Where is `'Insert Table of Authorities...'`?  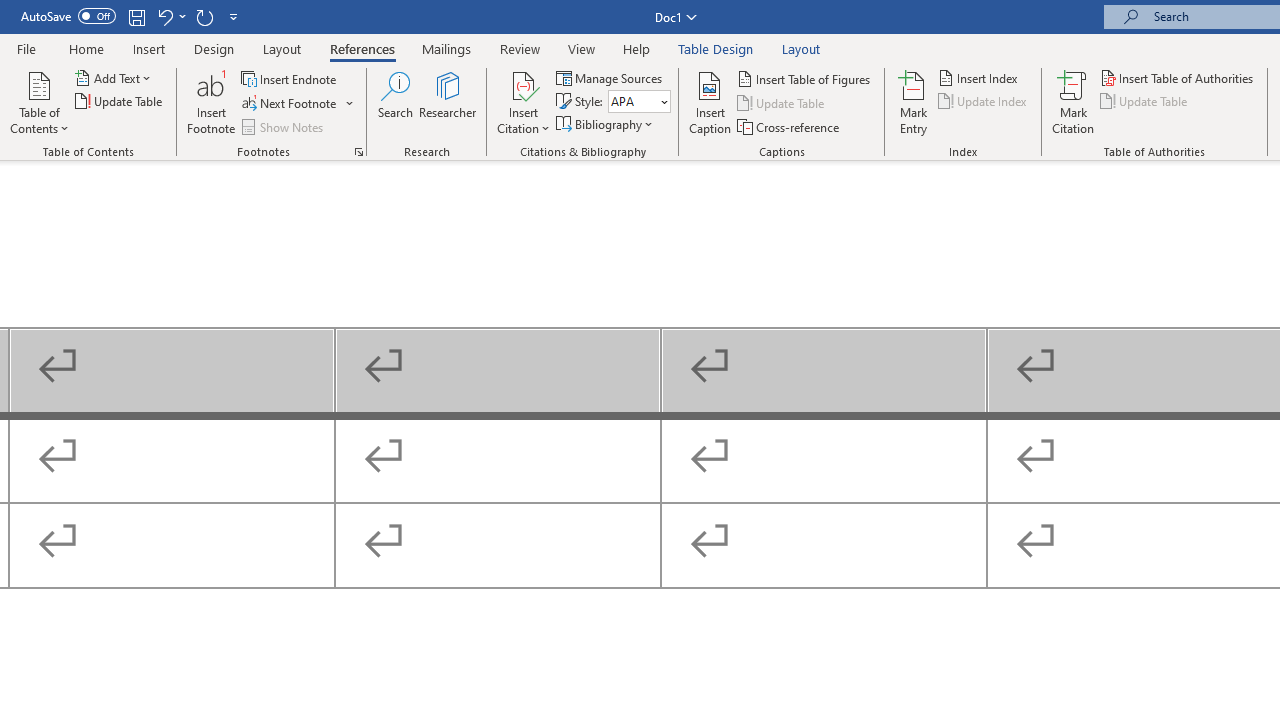 'Insert Table of Authorities...' is located at coordinates (1178, 77).